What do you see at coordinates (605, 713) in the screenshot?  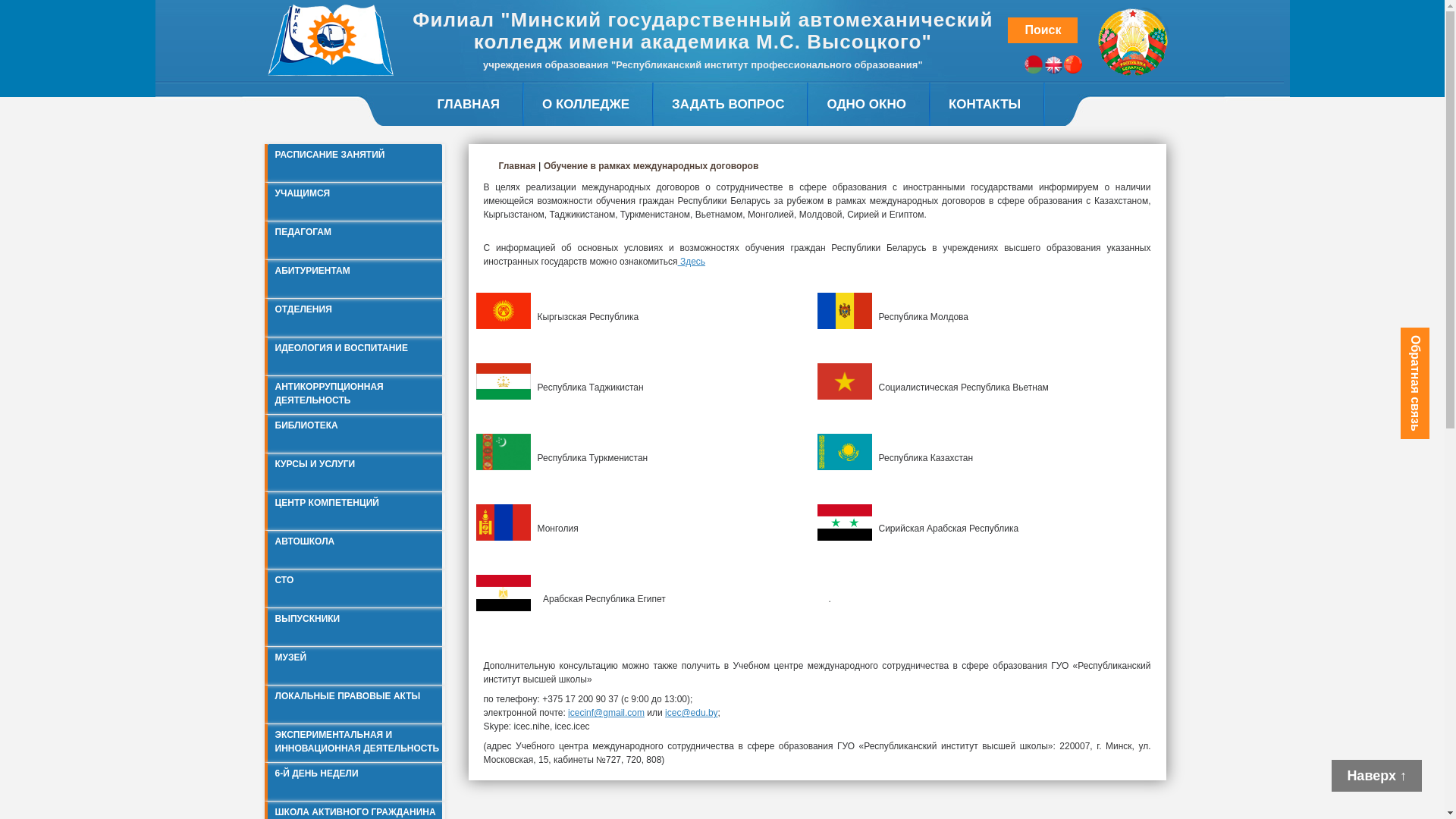 I see `'icecinf@gmail.com'` at bounding box center [605, 713].